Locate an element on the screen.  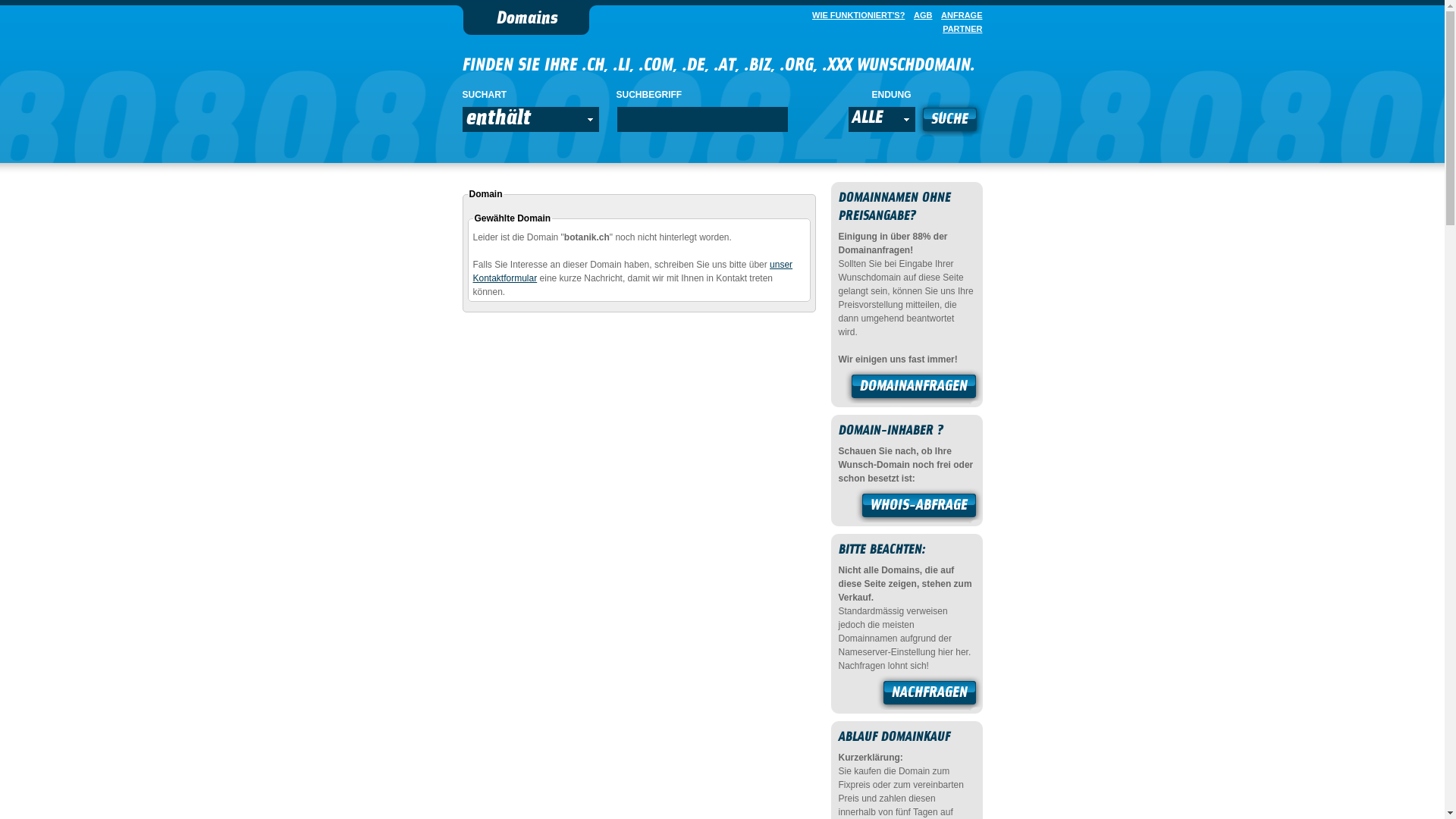
'NACHFRAGEN' is located at coordinates (928, 694).